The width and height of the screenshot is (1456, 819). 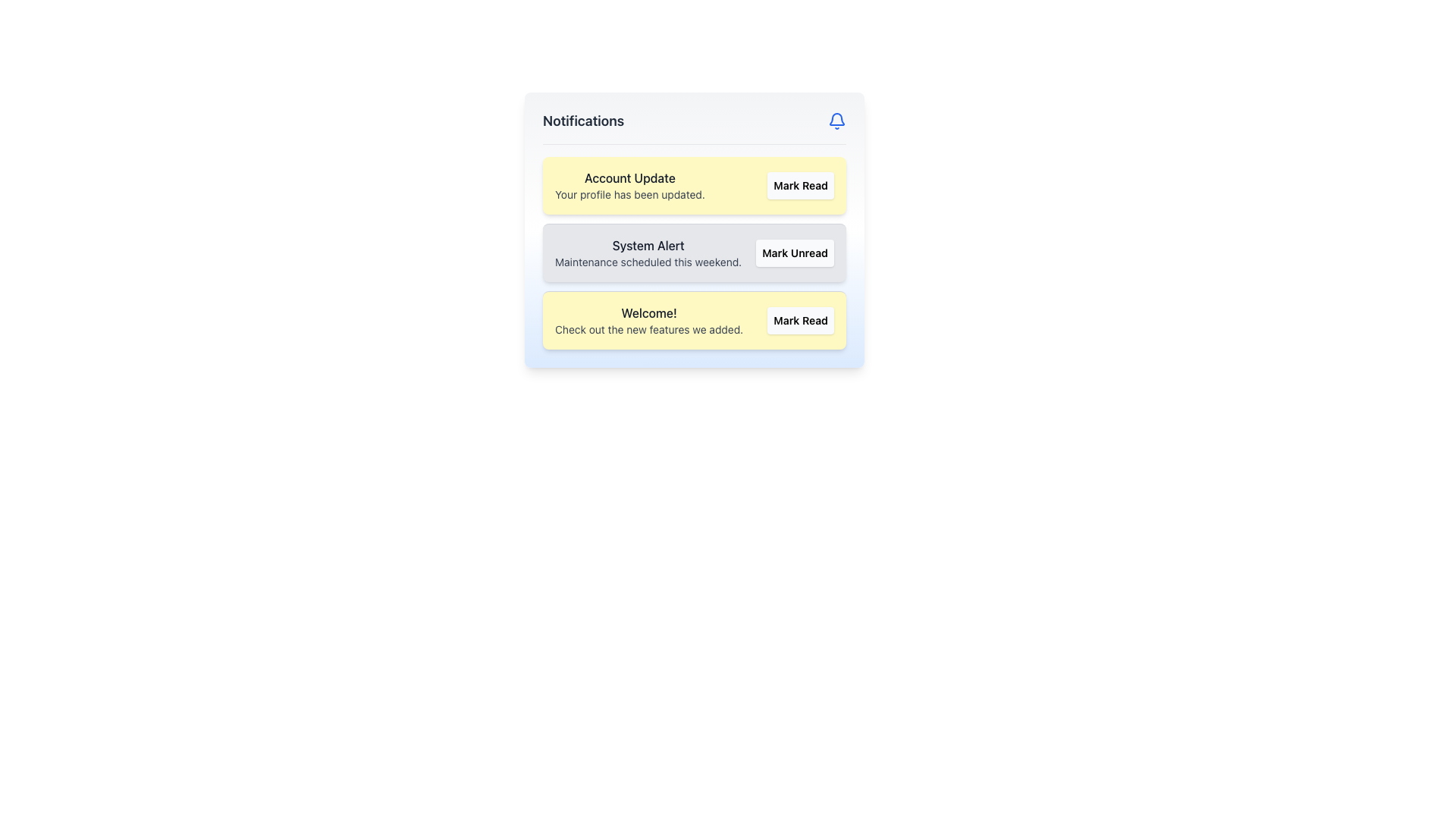 What do you see at coordinates (694, 319) in the screenshot?
I see `the Notification Banner that serves to inform the user about new features, located as the third notification below 'System Alert'` at bounding box center [694, 319].